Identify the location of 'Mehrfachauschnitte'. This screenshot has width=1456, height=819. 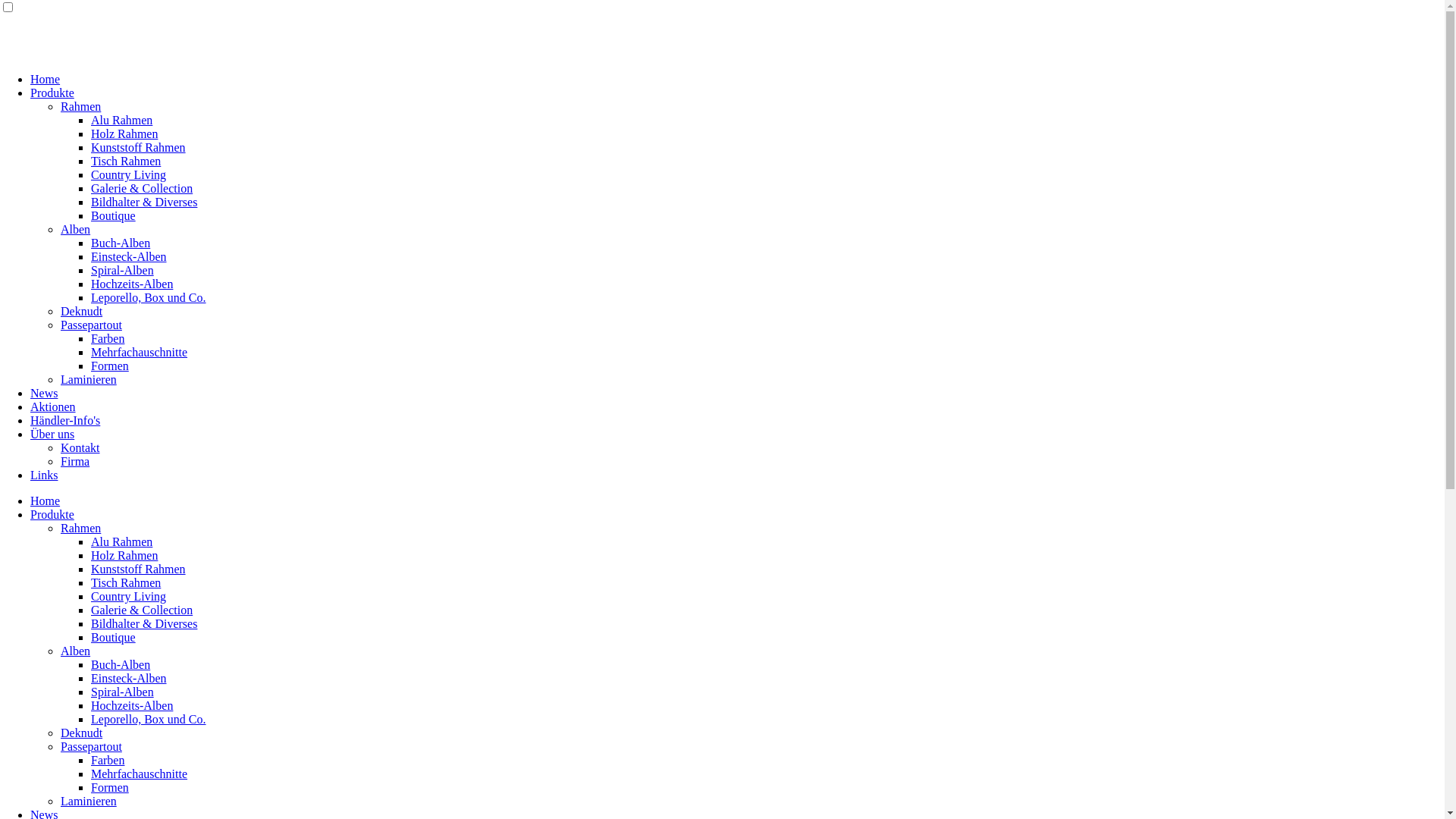
(139, 352).